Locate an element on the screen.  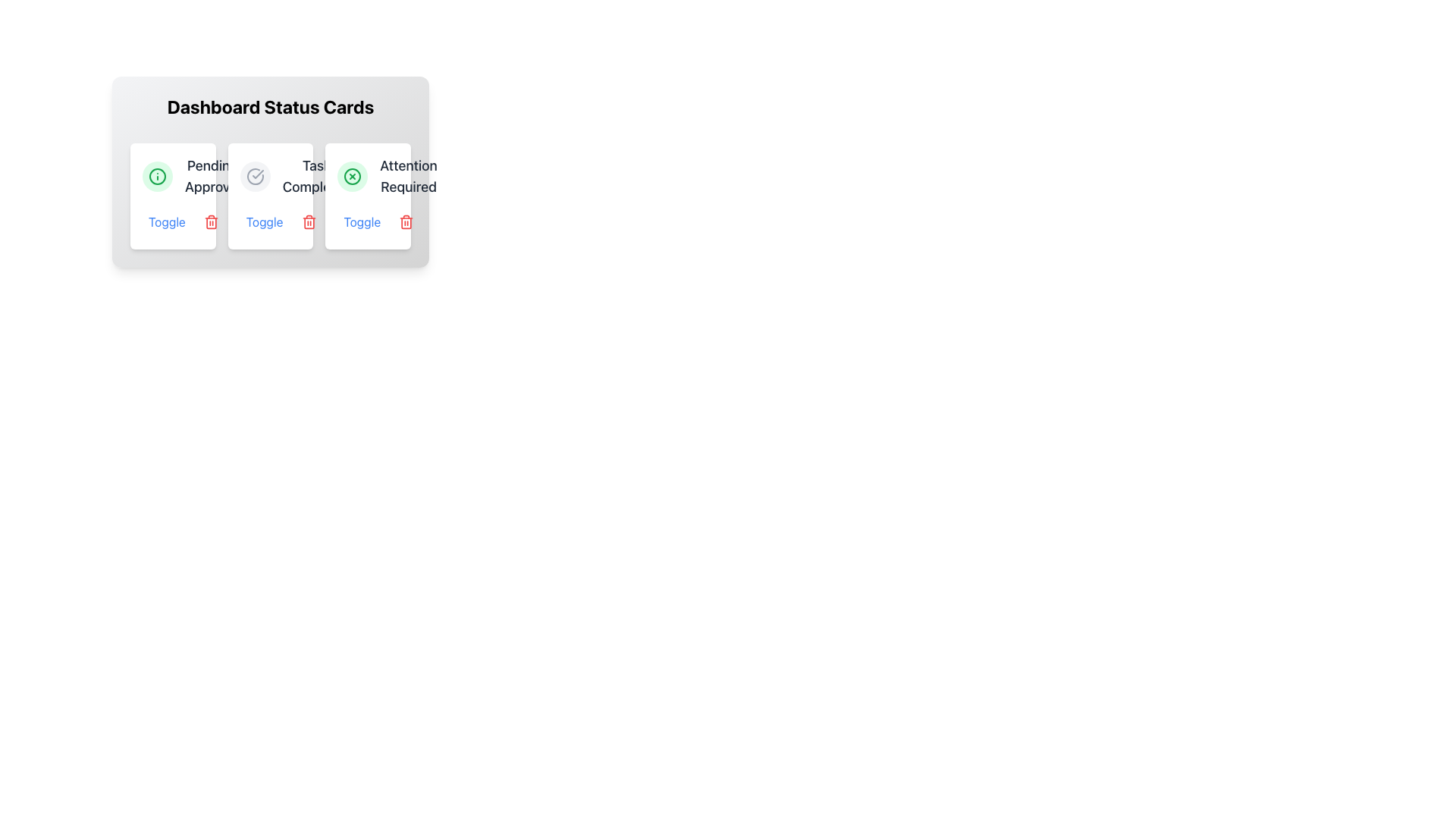
the alert icon that indicates the attention status of the last card in the dashboard, positioned to the left of the 'Attention Required' text is located at coordinates (352, 175).